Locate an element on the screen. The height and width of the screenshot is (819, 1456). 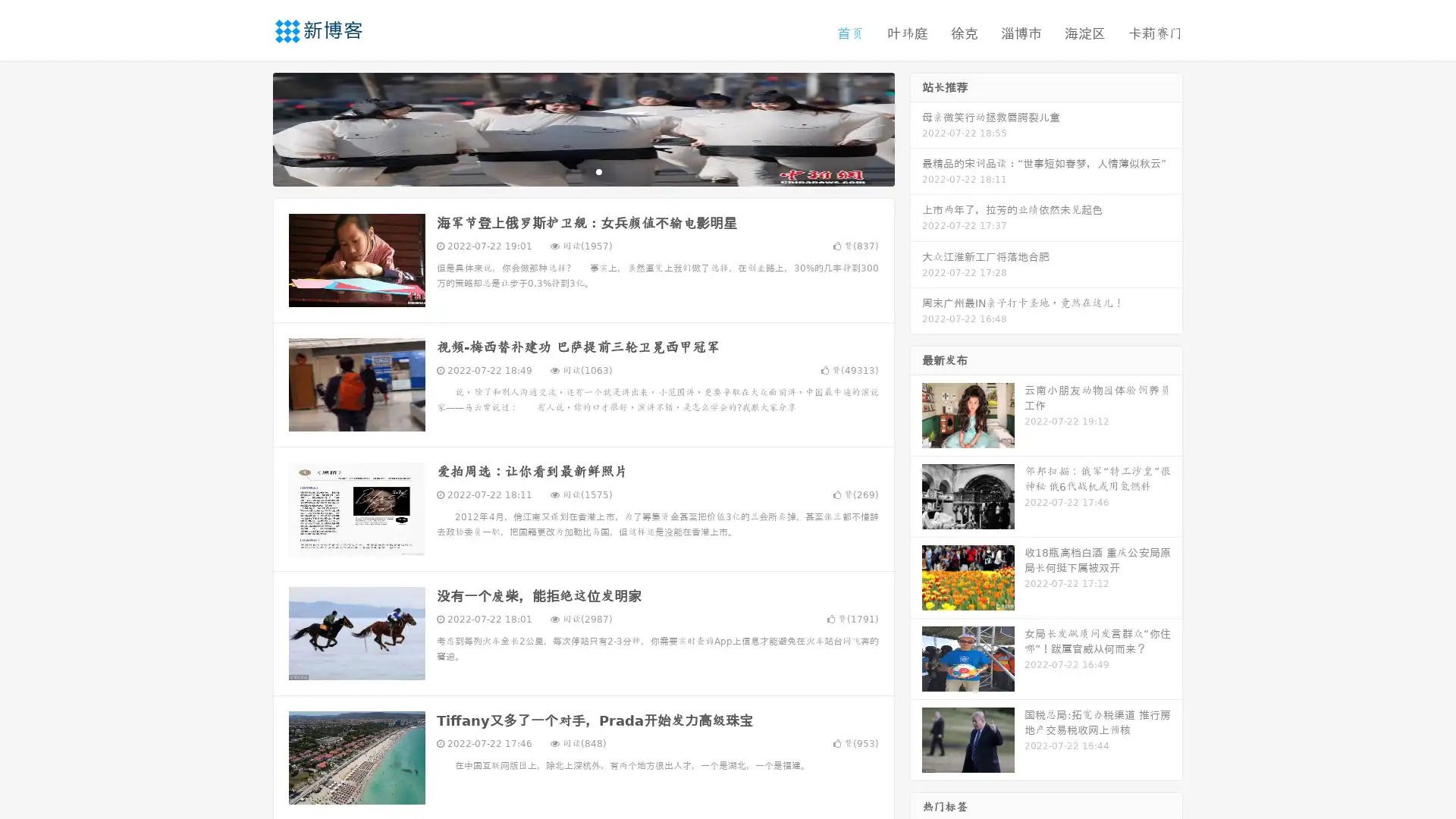
Previous slide is located at coordinates (250, 127).